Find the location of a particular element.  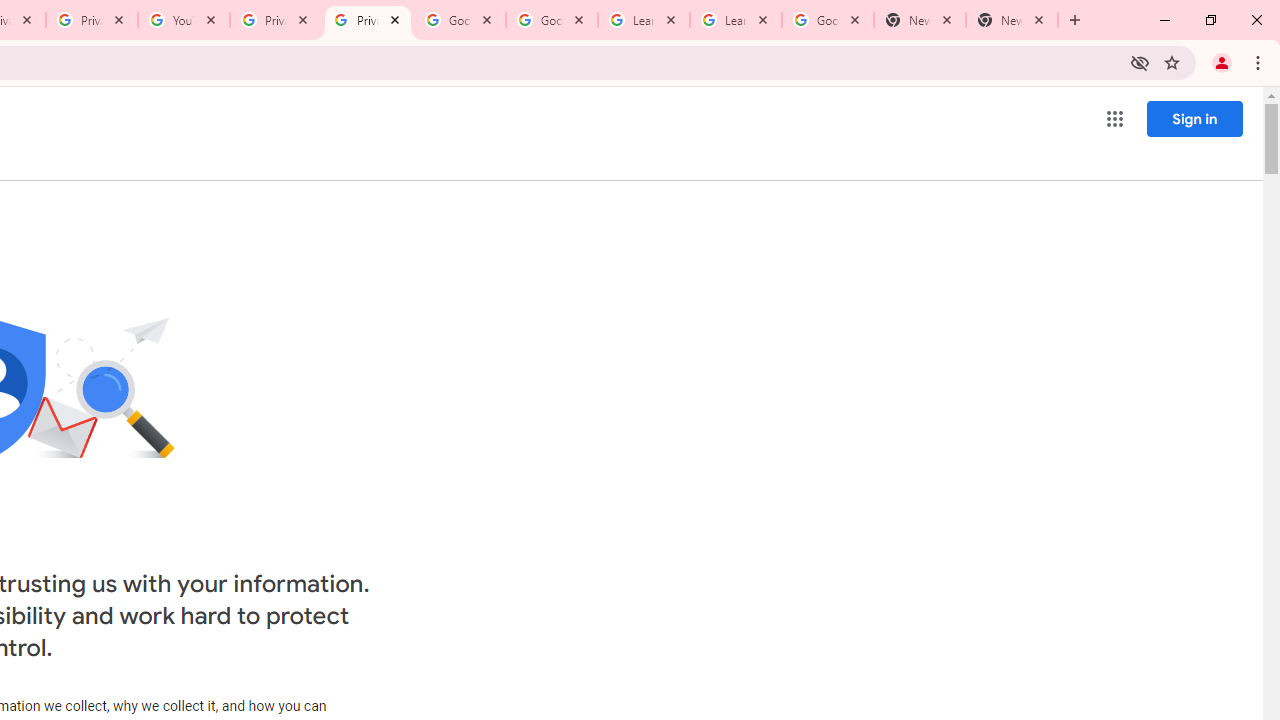

'New Tab' is located at coordinates (919, 20).